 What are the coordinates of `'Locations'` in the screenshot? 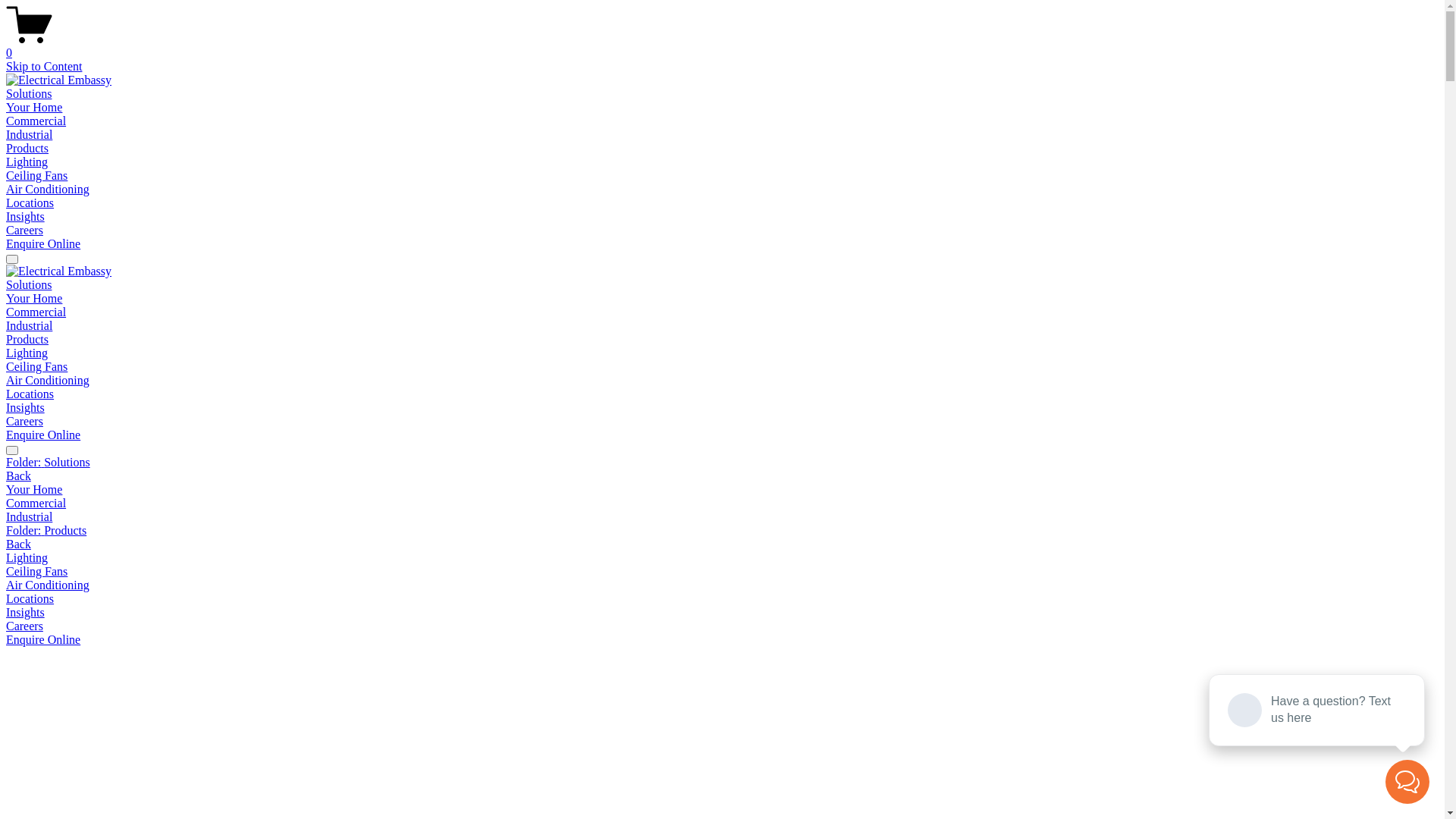 It's located at (30, 202).